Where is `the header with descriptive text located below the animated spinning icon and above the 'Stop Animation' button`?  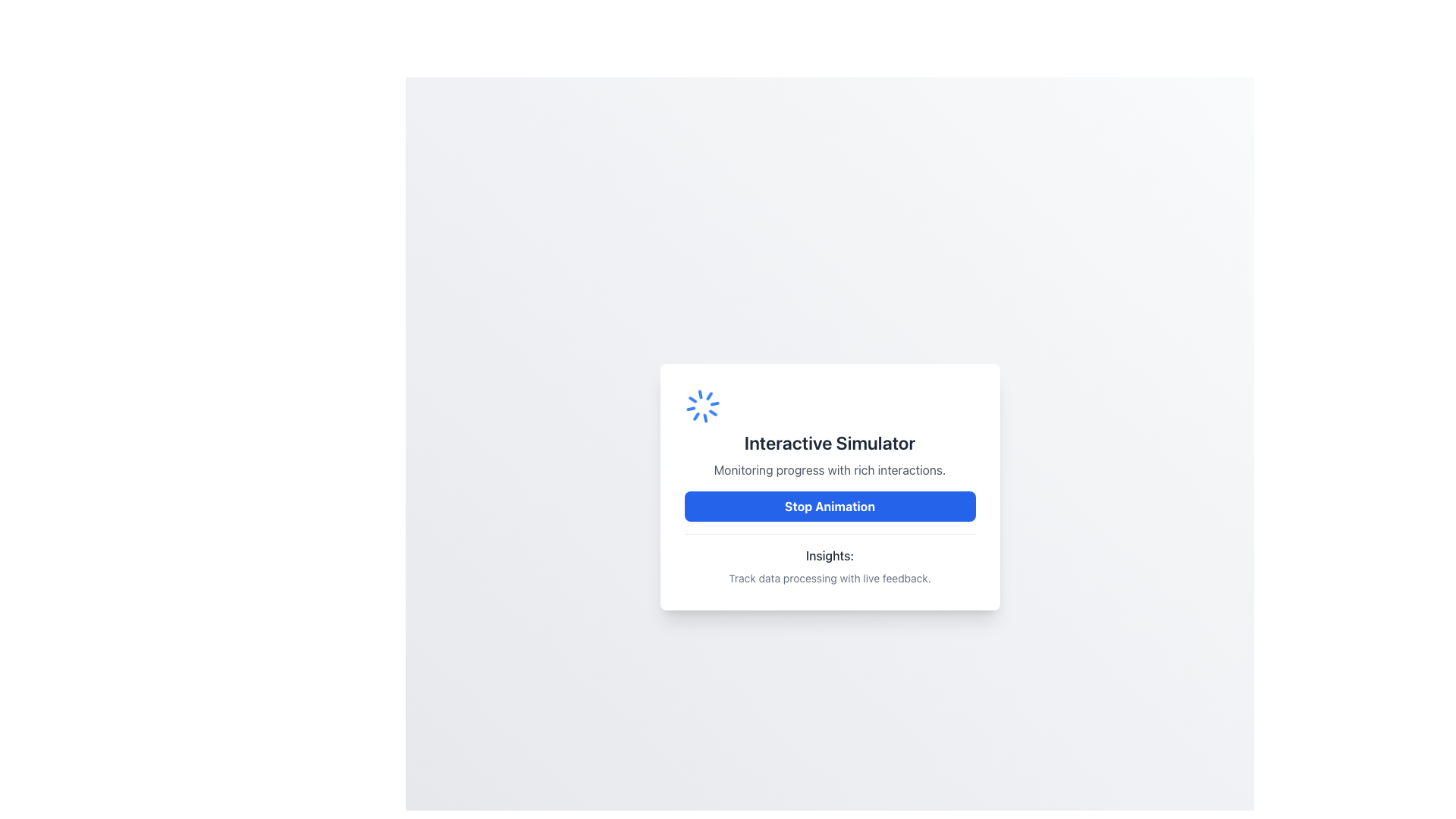
the header with descriptive text located below the animated spinning icon and above the 'Stop Animation' button is located at coordinates (829, 433).